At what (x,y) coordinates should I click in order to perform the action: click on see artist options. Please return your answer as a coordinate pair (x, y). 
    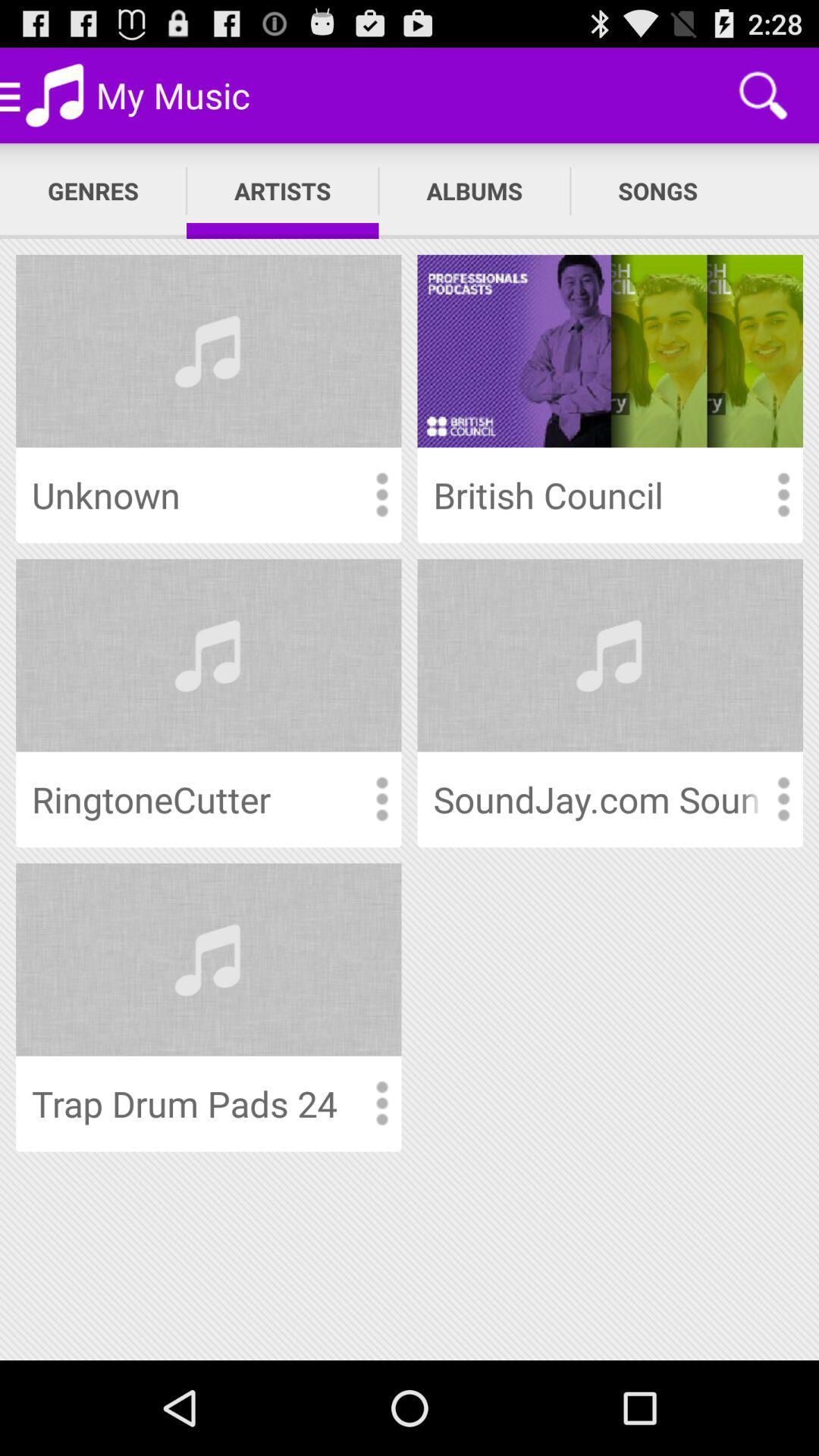
    Looking at the image, I should click on (783, 495).